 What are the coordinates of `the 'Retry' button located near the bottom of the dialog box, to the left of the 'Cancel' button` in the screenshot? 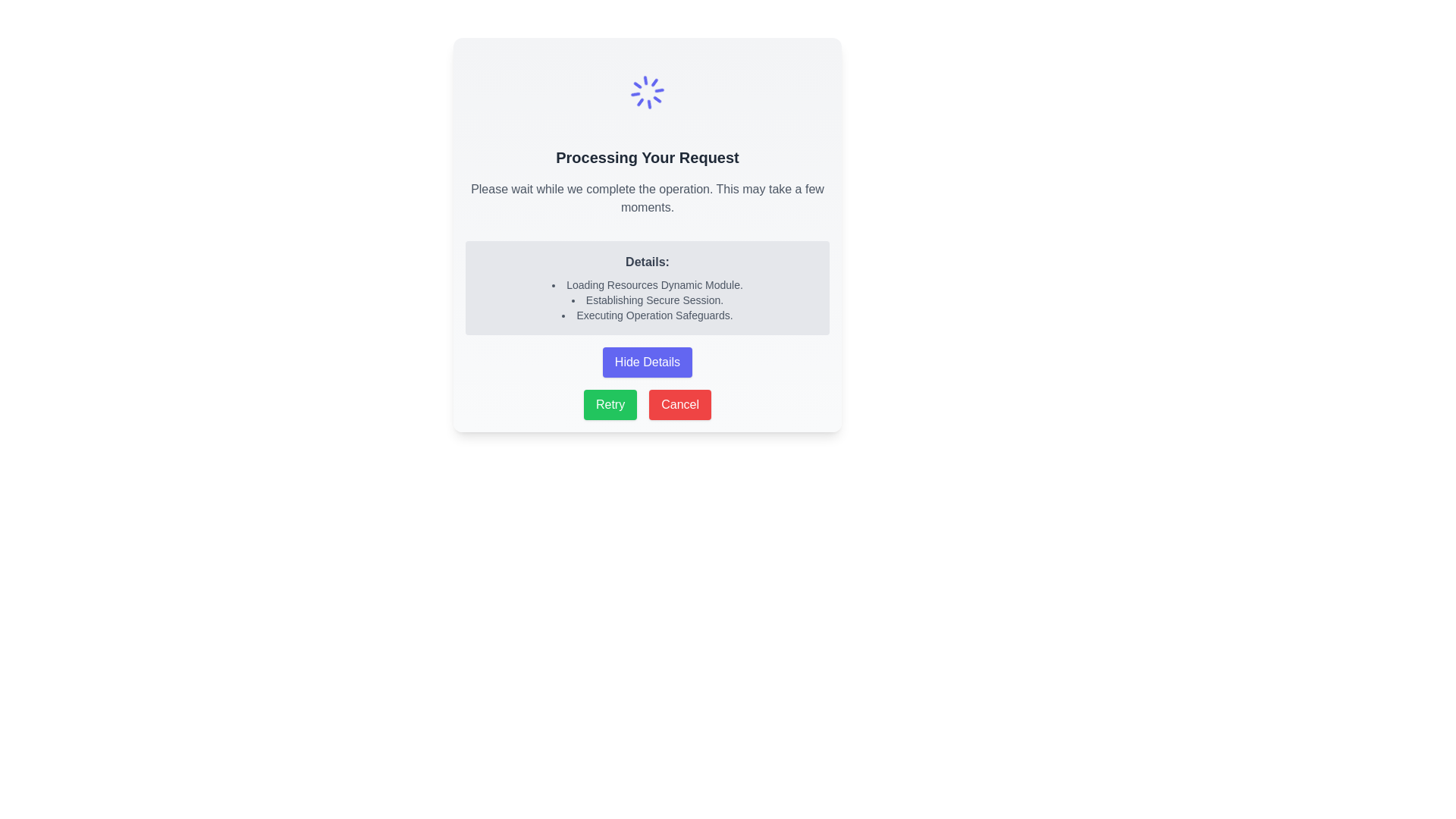 It's located at (610, 403).